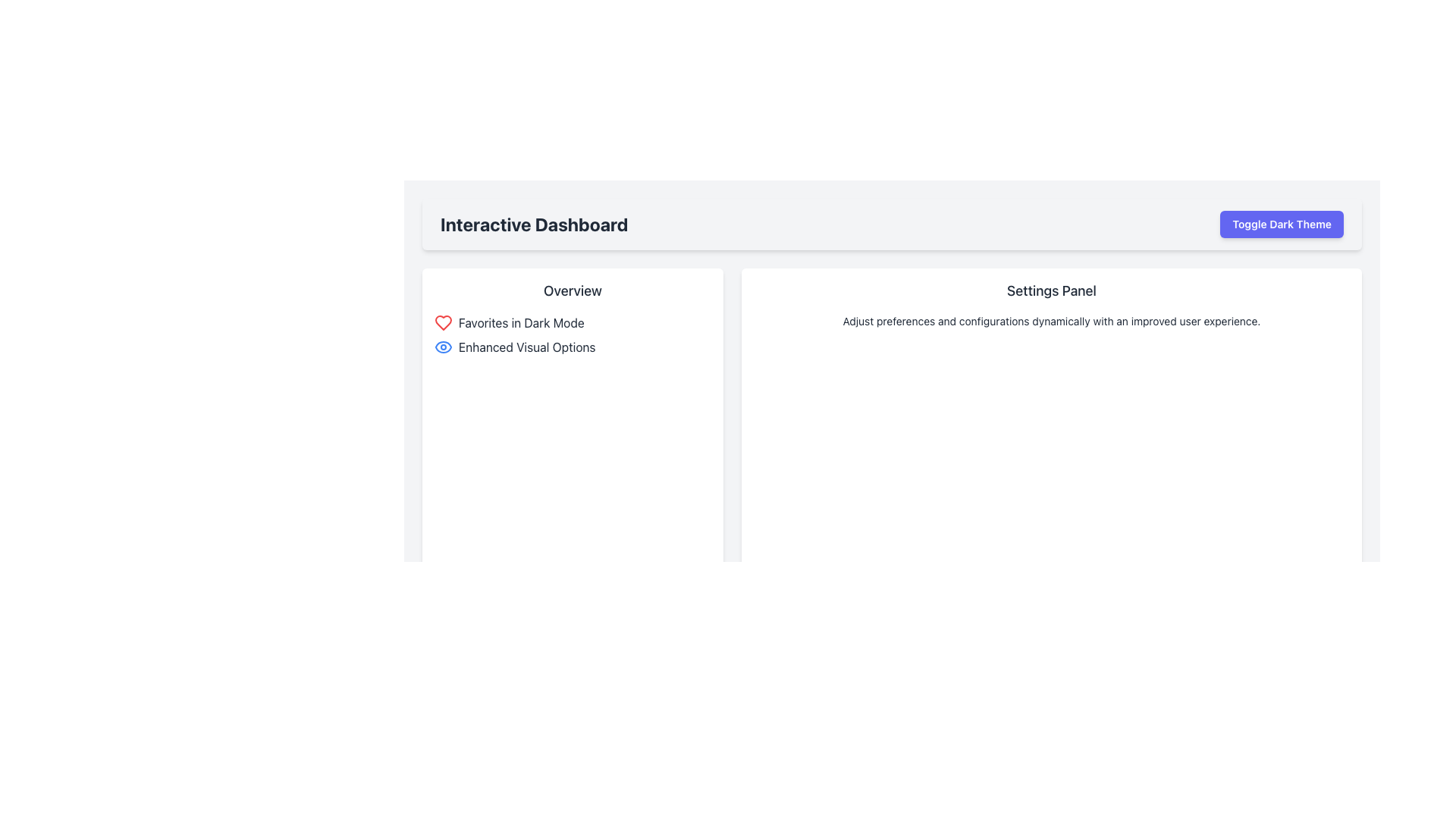 Image resolution: width=1456 pixels, height=819 pixels. What do you see at coordinates (443, 322) in the screenshot?
I see `the 'Favorites in Dark Mode' icon located to the left of the corresponding text in the Overview section` at bounding box center [443, 322].